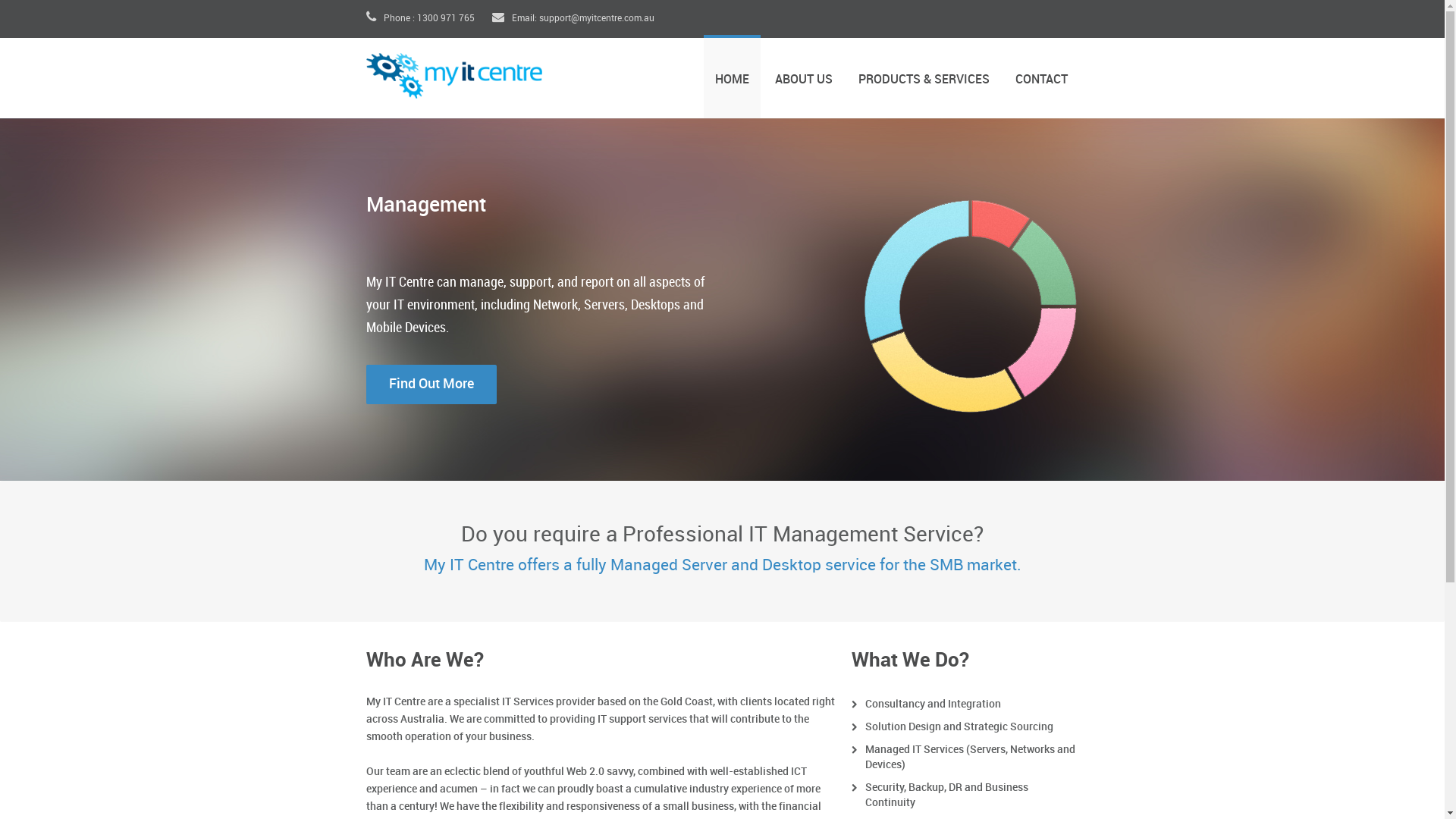 The height and width of the screenshot is (819, 1456). Describe the element at coordinates (702, 76) in the screenshot. I see `'HOME'` at that location.